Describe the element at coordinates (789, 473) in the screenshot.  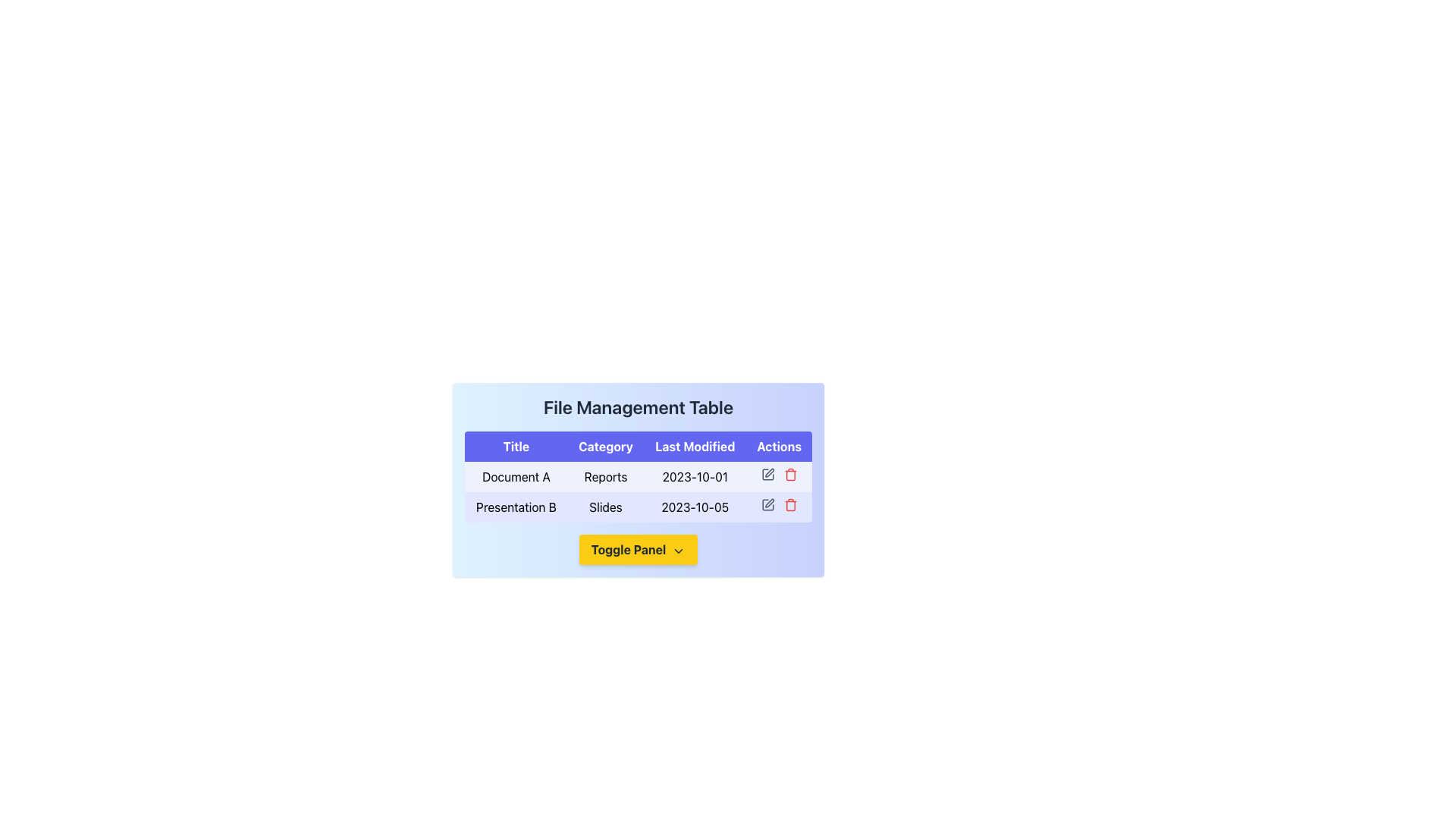
I see `the red trash icon, which is the rightmost icon in the 'Actions' column of the second row in the table` at that location.